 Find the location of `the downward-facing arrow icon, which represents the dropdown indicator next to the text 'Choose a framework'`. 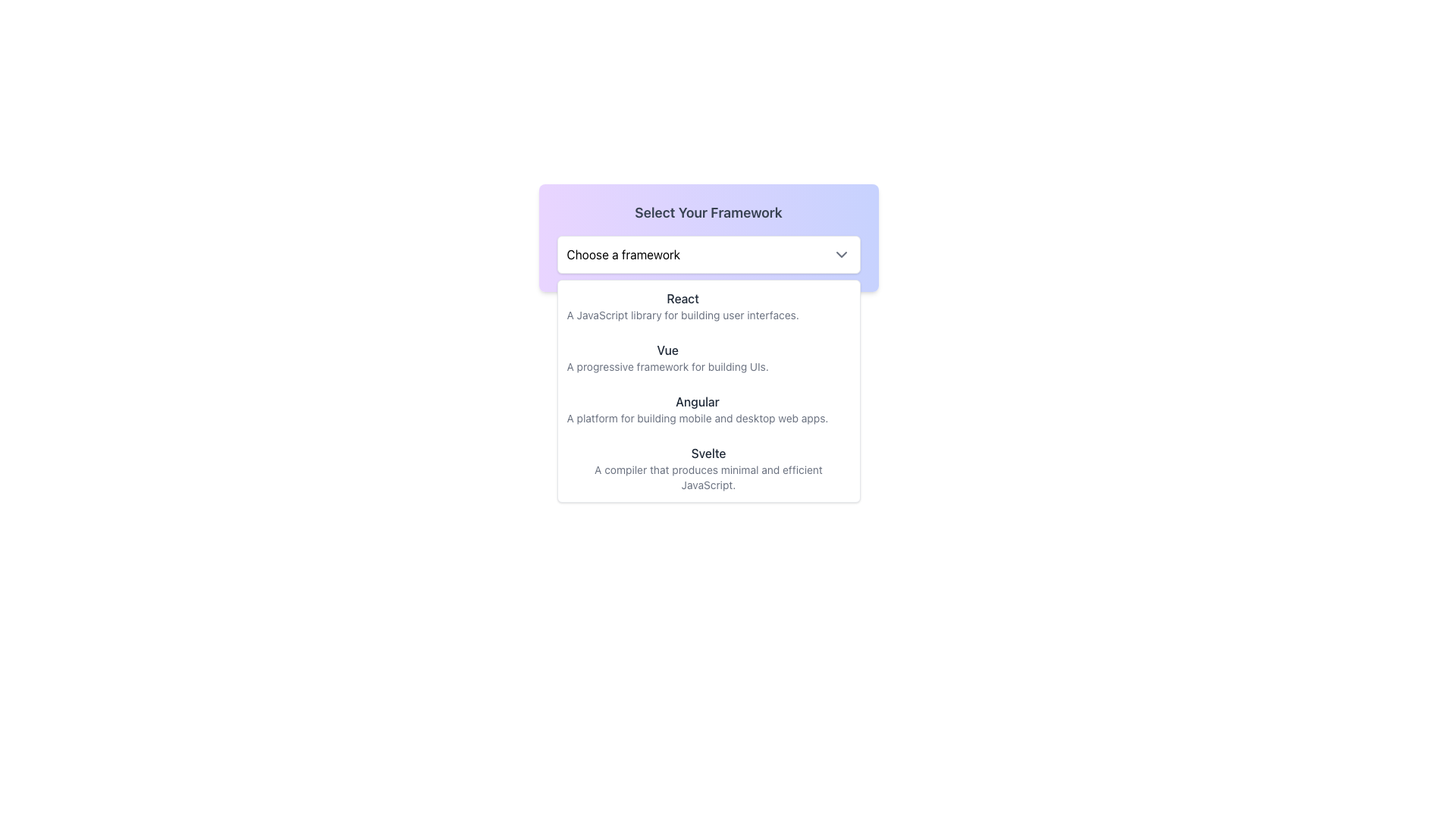

the downward-facing arrow icon, which represents the dropdown indicator next to the text 'Choose a framework' is located at coordinates (840, 253).